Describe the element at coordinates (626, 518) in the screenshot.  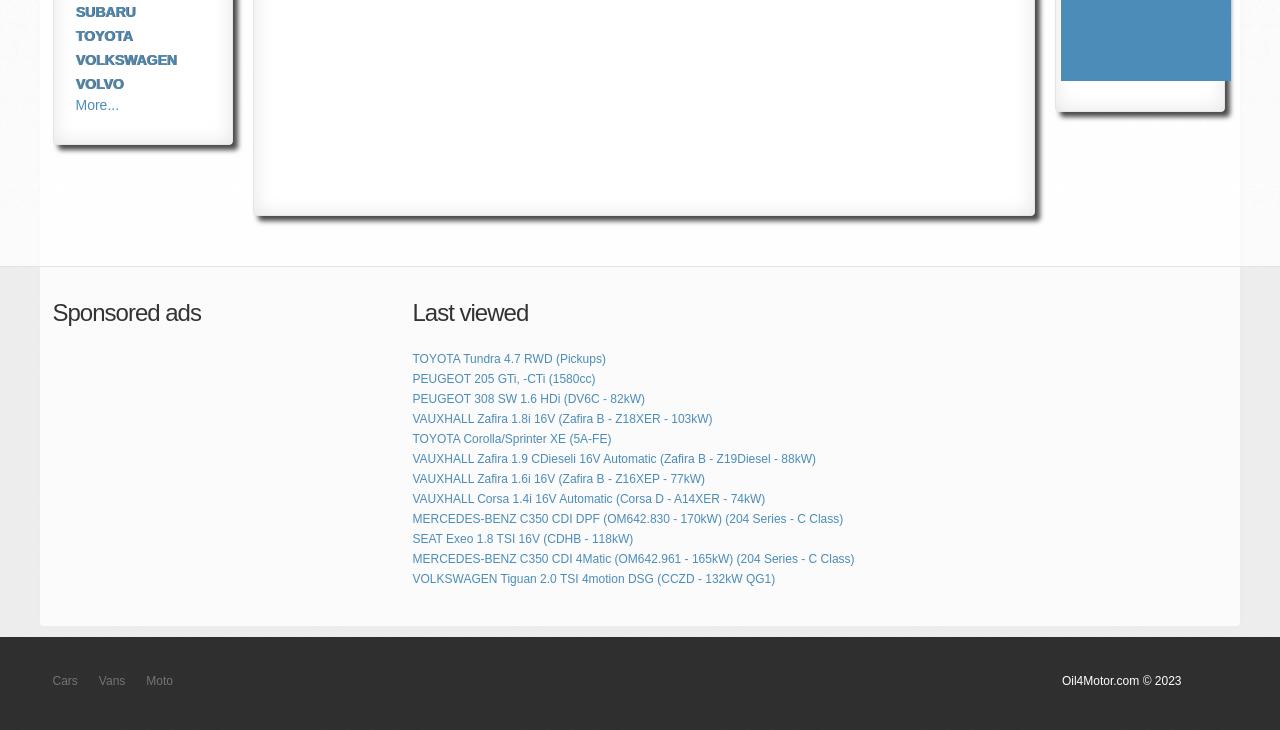
I see `'MERCEDES-BENZ C350 CDI DPF (OM642.830 - 170kW) (204 Series - C Class)'` at that location.